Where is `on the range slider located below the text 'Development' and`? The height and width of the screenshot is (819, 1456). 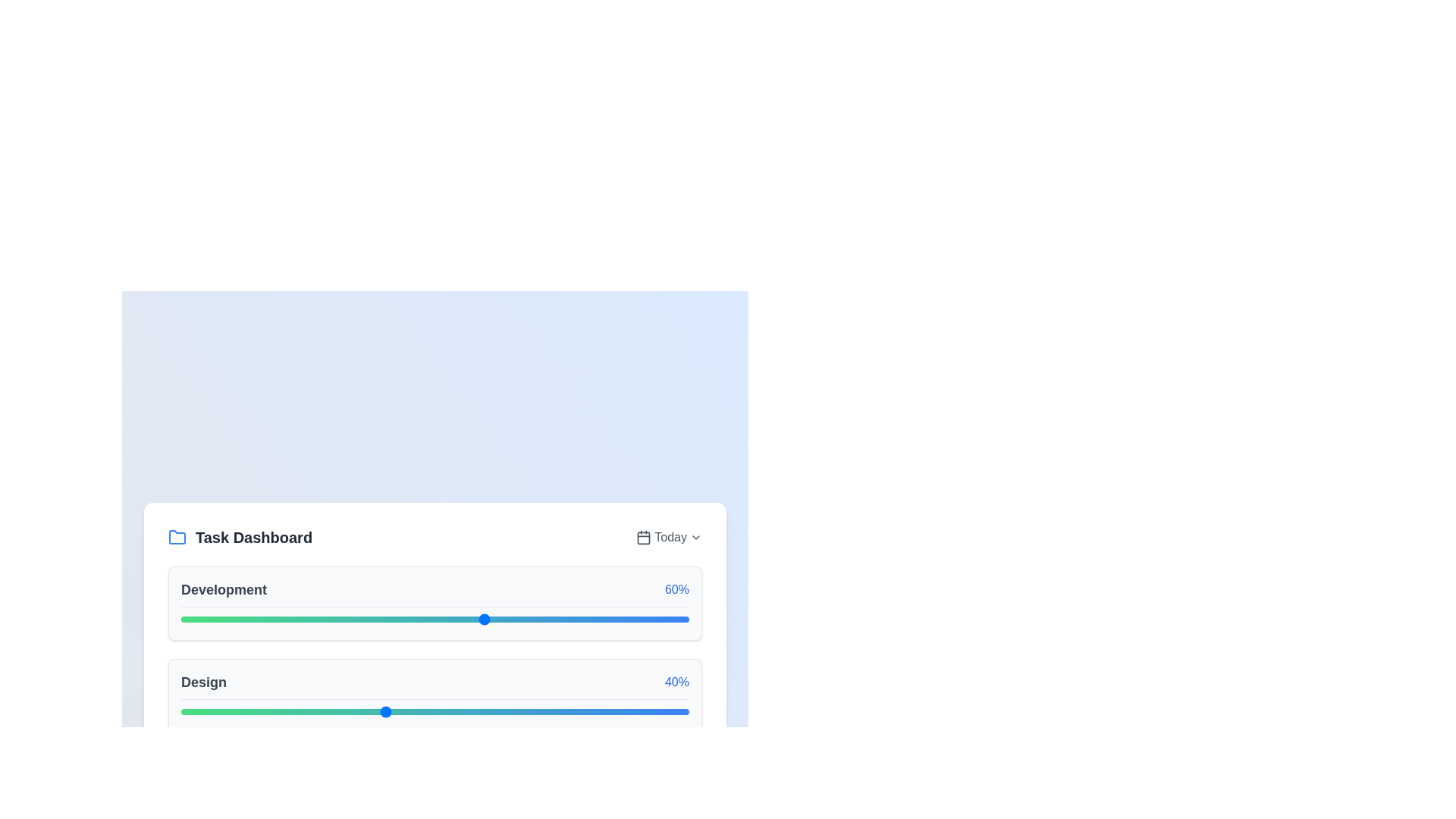 on the range slider located below the text 'Development' and is located at coordinates (435, 620).